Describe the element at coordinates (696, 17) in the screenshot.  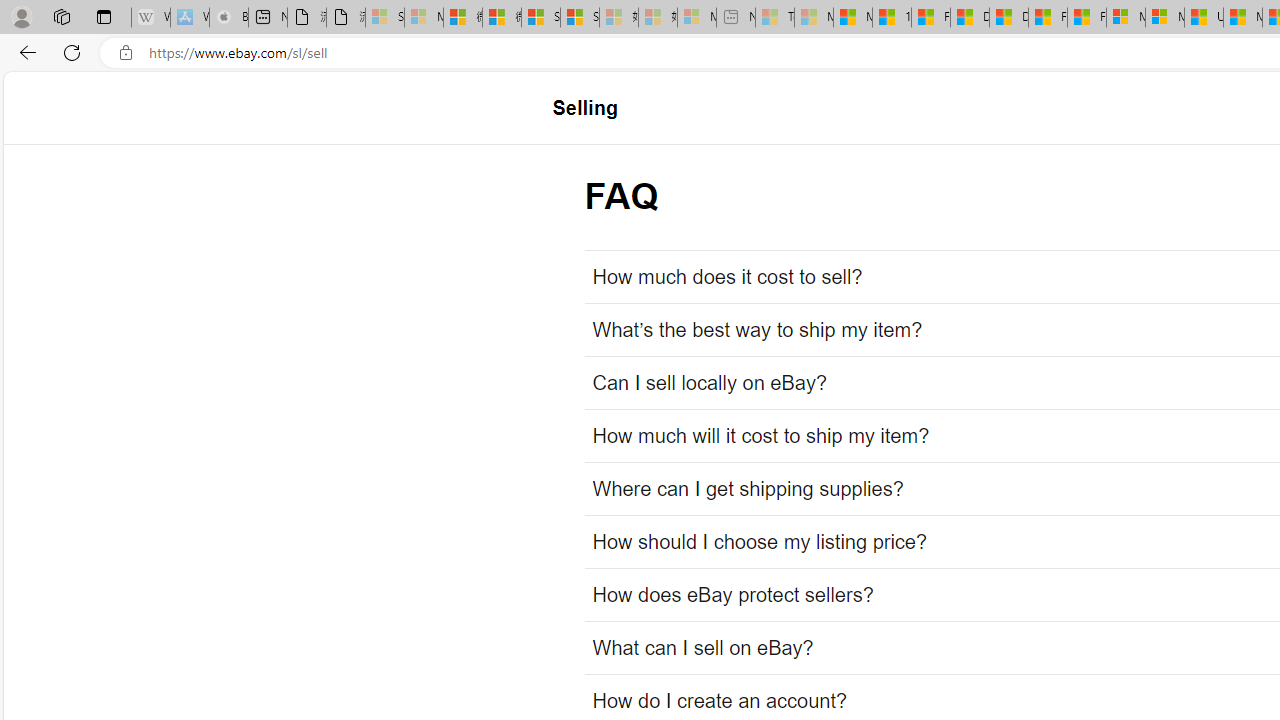
I see `'Microsoft account | Account Checkup - Sleeping'` at that location.